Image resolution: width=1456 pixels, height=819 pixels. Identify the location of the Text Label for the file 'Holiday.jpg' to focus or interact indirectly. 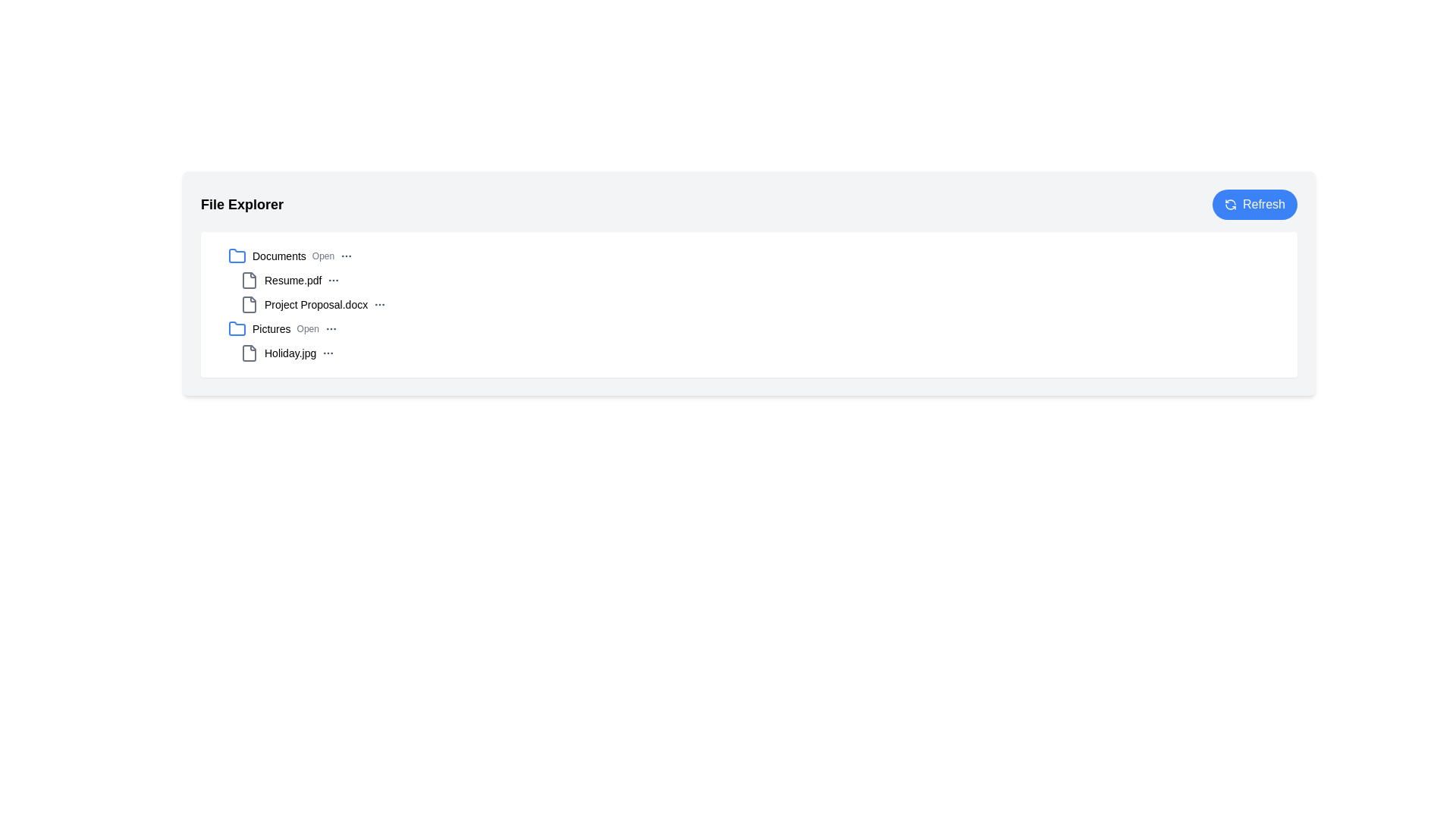
(290, 353).